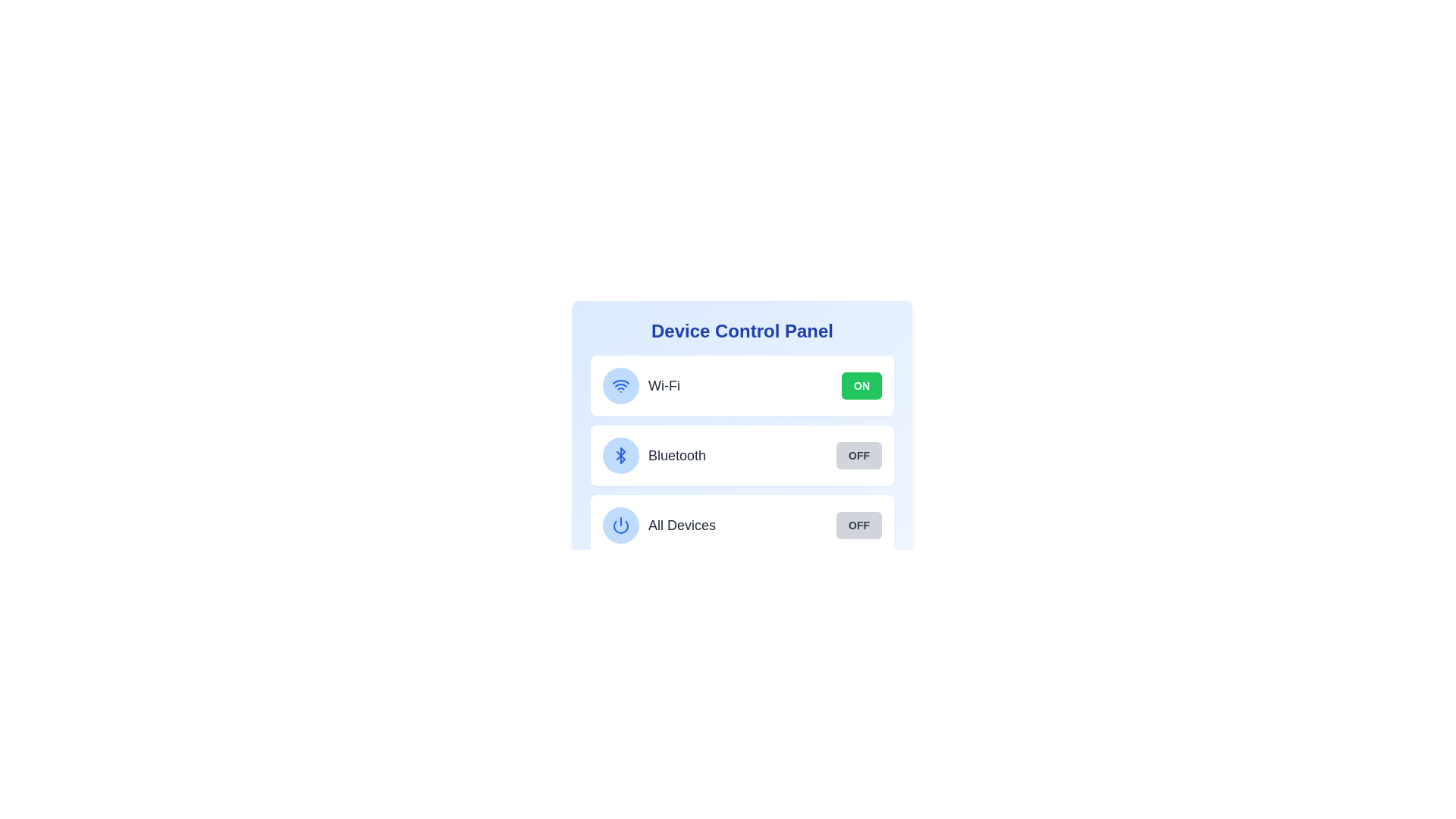 Image resolution: width=1456 pixels, height=819 pixels. Describe the element at coordinates (659, 525) in the screenshot. I see `the informational label with a blue circular icon featuring a power symbol and the label 'All Devices' next to it, located in the third section of the 'Device Control Panel' layout` at that location.